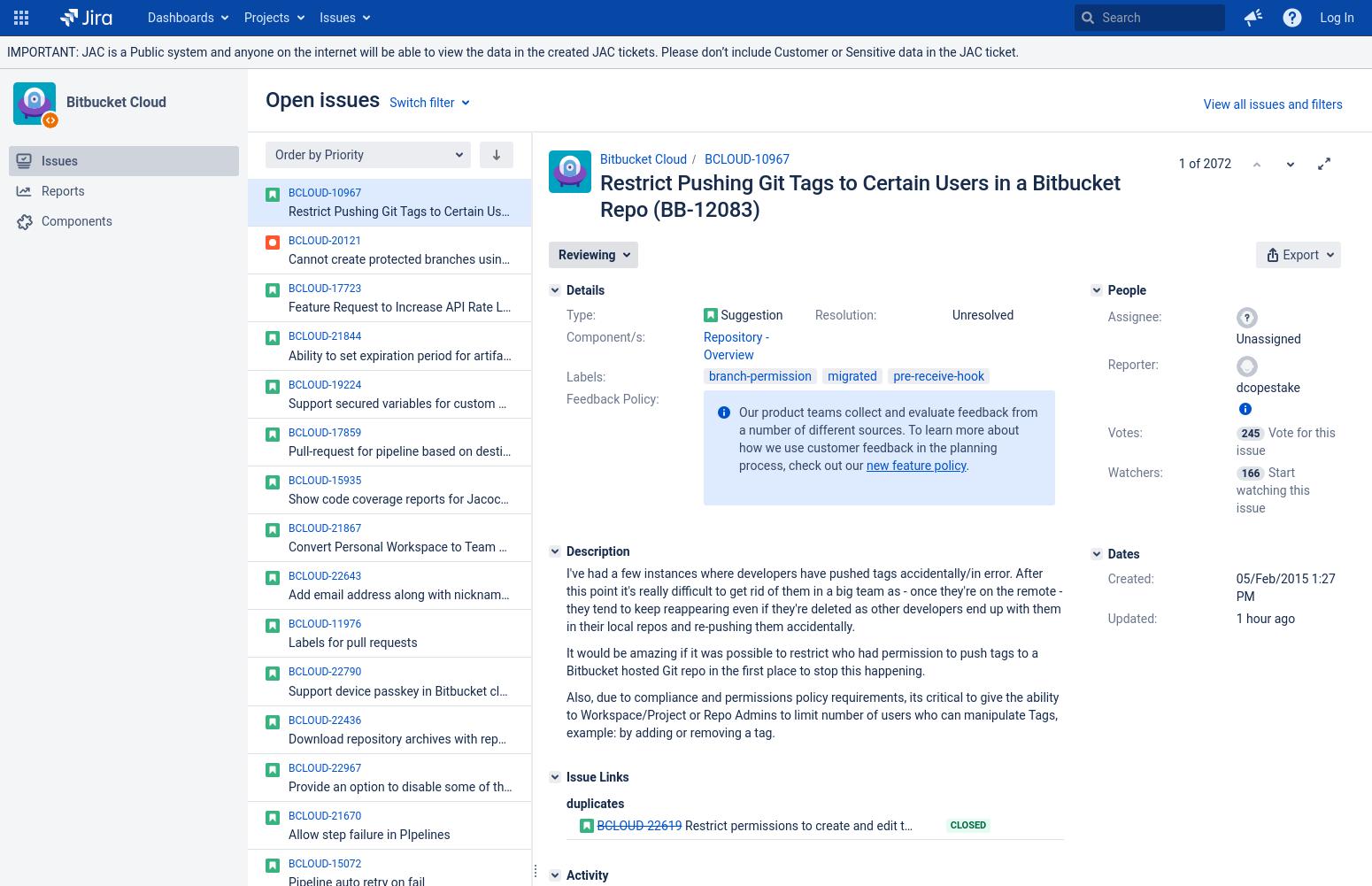 The image size is (1372, 886). Describe the element at coordinates (1129, 576) in the screenshot. I see `'Created:'` at that location.